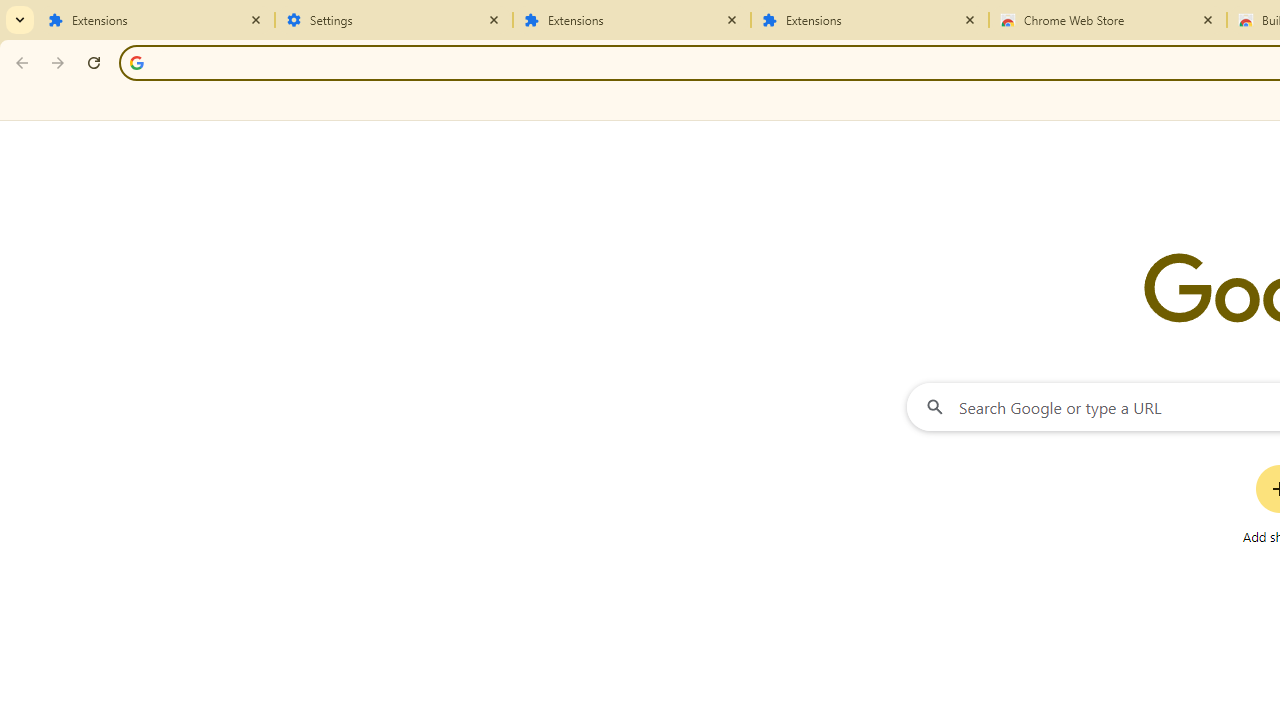 The image size is (1280, 720). Describe the element at coordinates (1107, 20) in the screenshot. I see `'Chrome Web Store'` at that location.